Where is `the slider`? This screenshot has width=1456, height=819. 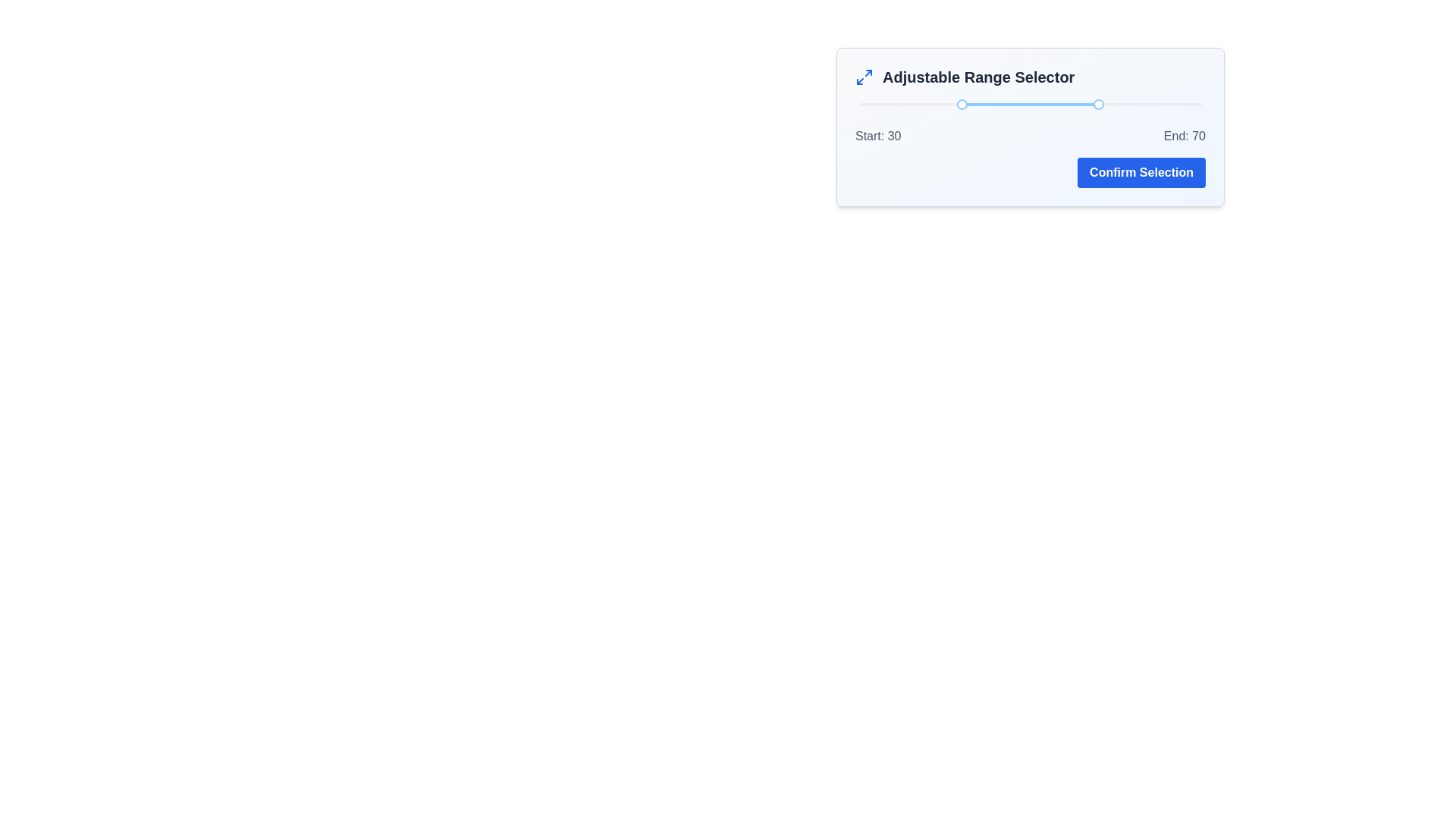
the slider is located at coordinates (1122, 104).